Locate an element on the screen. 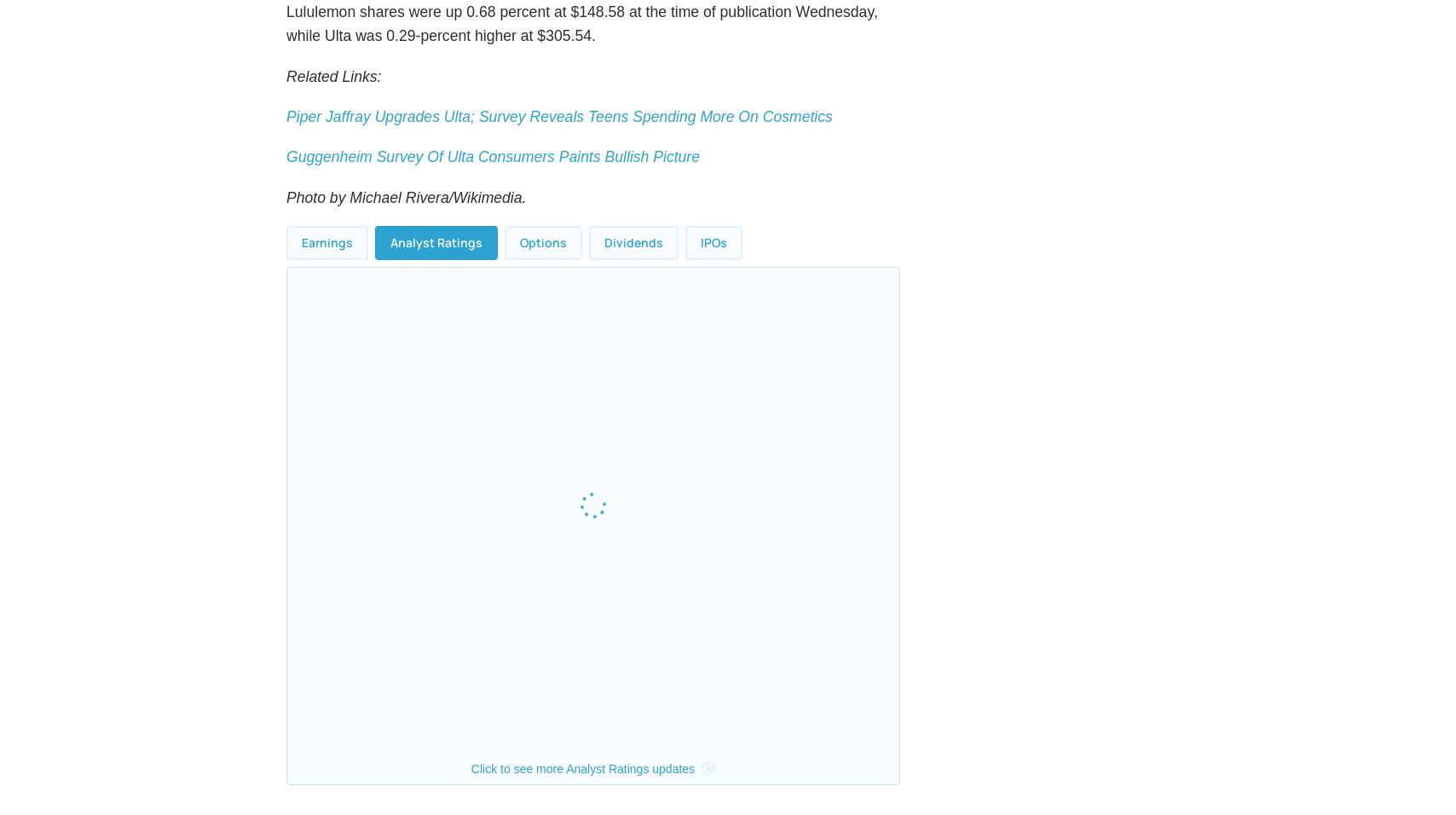 This screenshot has width=1456, height=815. 'Analyst Ratings' is located at coordinates (436, 282).